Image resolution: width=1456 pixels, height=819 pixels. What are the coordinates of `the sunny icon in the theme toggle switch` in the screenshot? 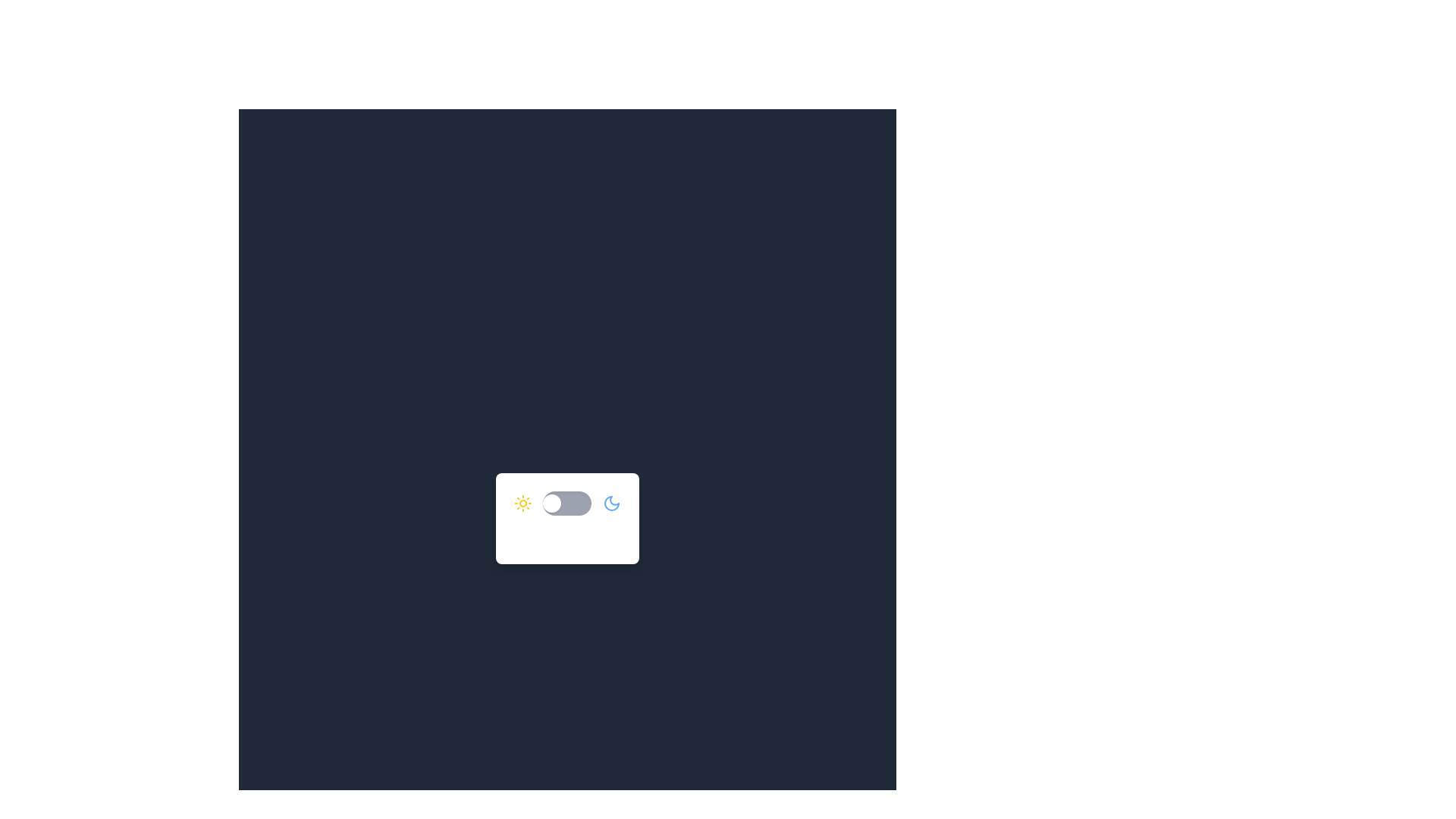 It's located at (522, 503).